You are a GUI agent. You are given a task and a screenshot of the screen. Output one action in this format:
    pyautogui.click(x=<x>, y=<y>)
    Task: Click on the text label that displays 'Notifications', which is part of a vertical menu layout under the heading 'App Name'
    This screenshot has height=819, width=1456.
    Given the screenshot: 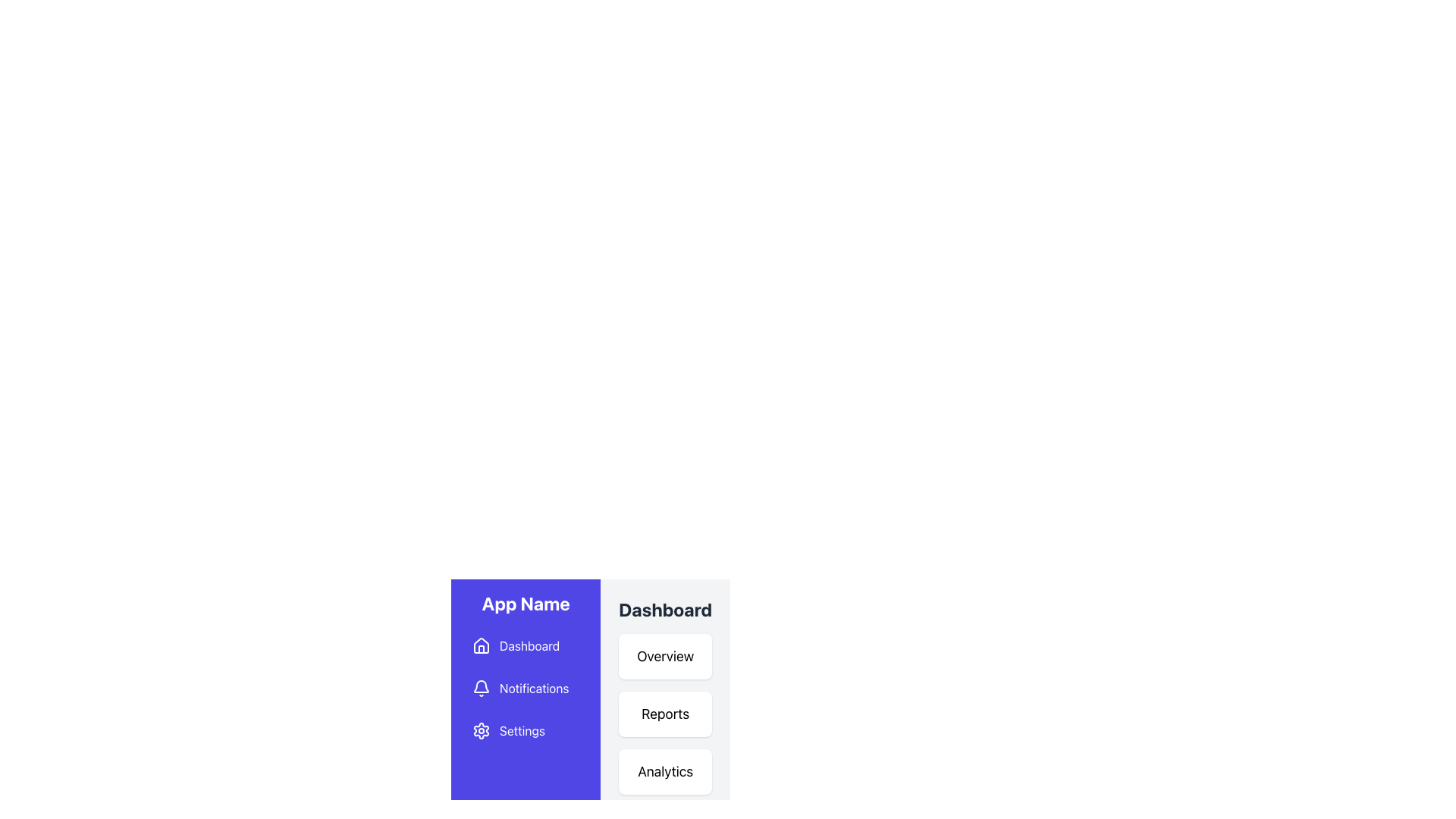 What is the action you would take?
    pyautogui.click(x=534, y=688)
    